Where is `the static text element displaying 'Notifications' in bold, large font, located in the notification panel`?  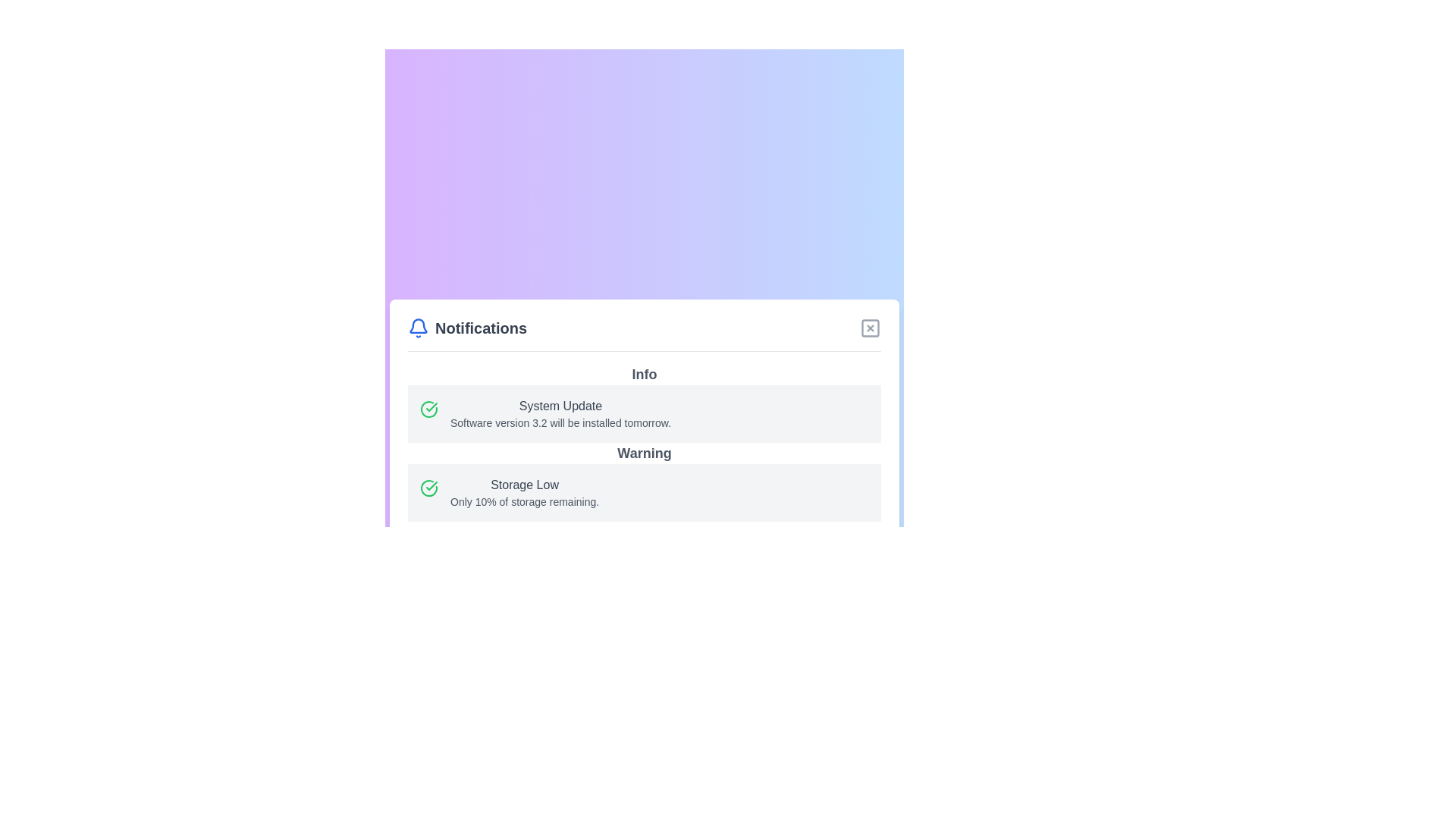 the static text element displaying 'Notifications' in bold, large font, located in the notification panel is located at coordinates (480, 327).